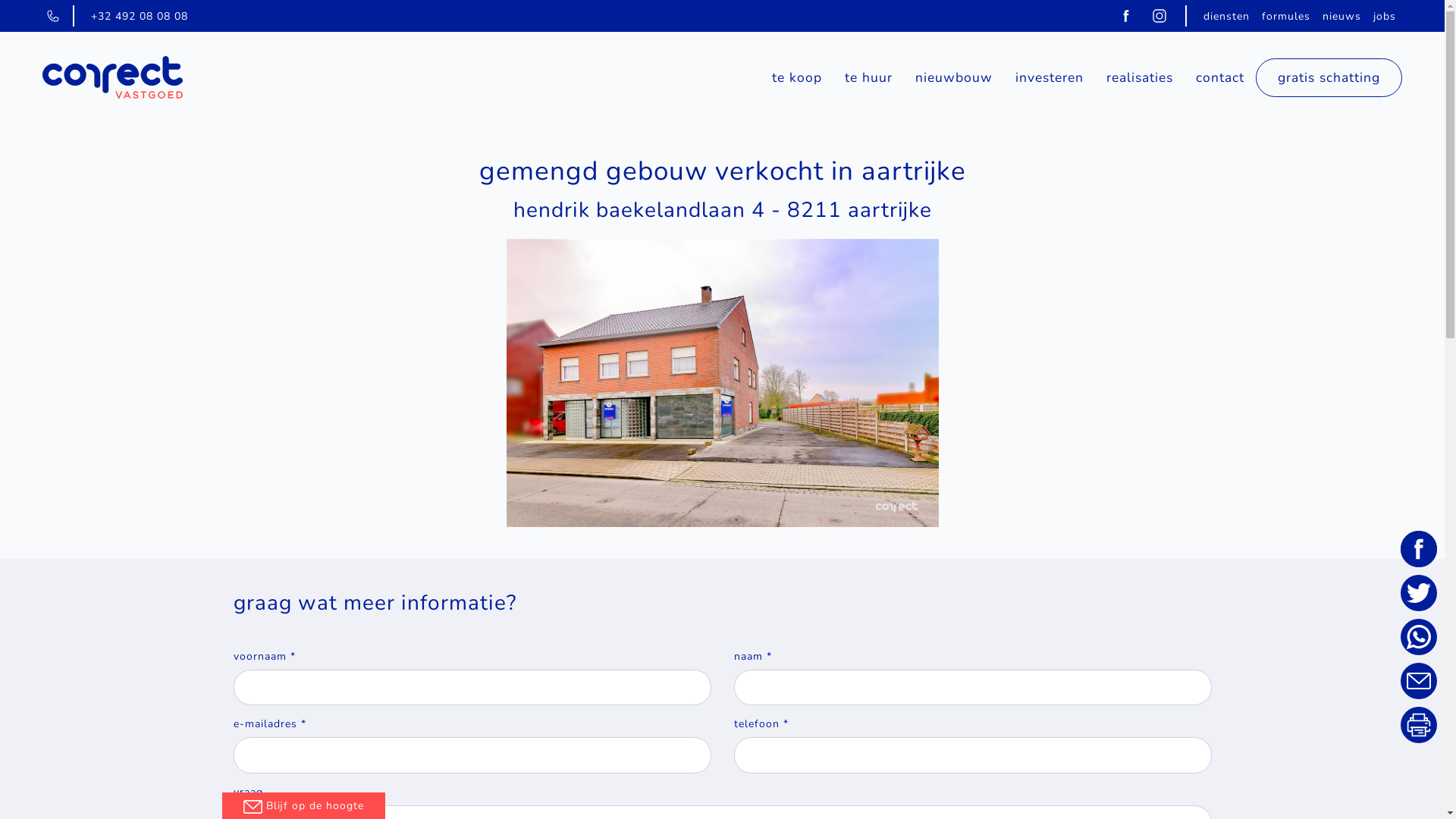 This screenshot has width=1456, height=819. Describe the element at coordinates (1341, 15) in the screenshot. I see `'nieuws'` at that location.